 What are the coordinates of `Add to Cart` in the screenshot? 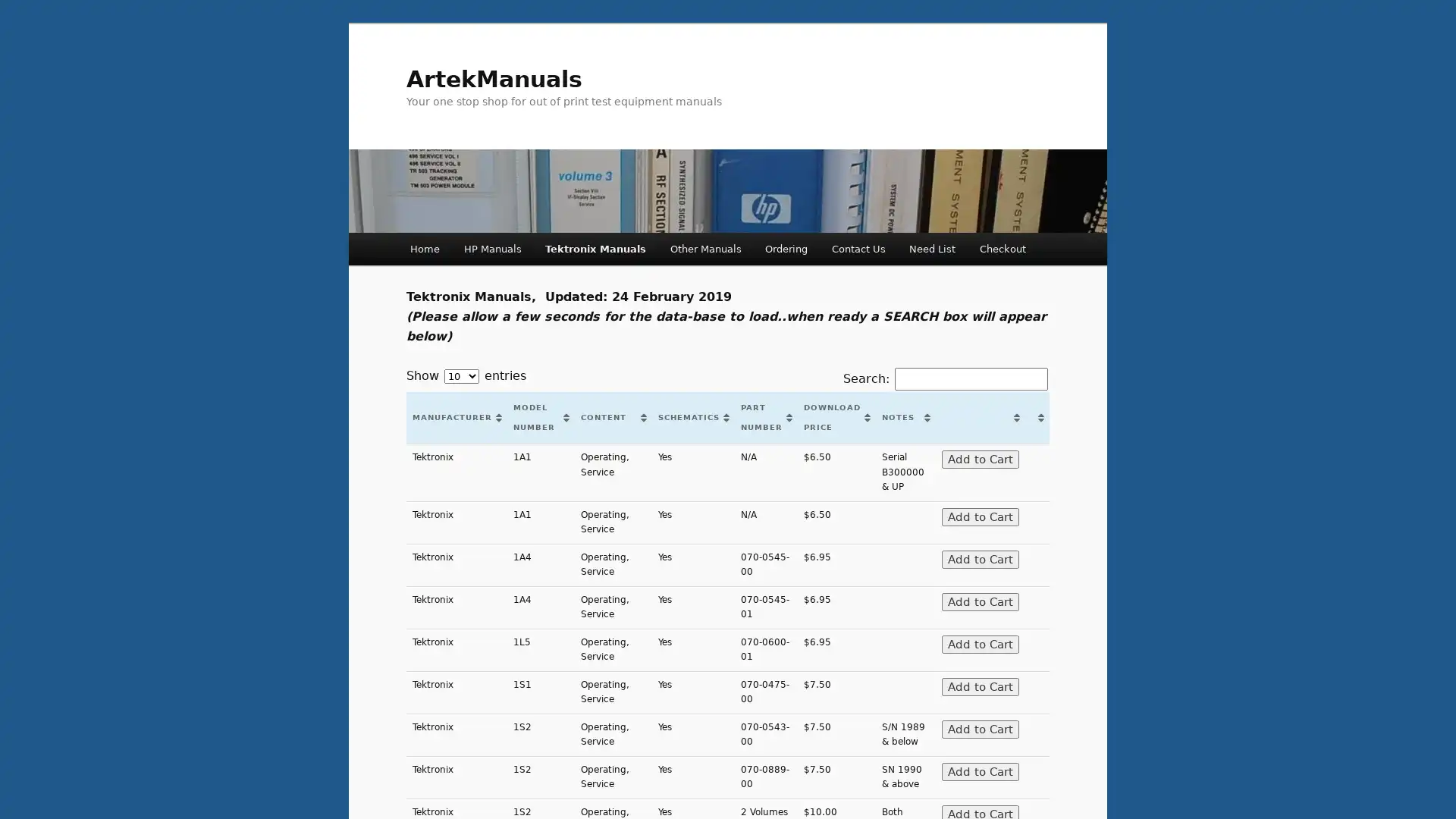 It's located at (979, 727).